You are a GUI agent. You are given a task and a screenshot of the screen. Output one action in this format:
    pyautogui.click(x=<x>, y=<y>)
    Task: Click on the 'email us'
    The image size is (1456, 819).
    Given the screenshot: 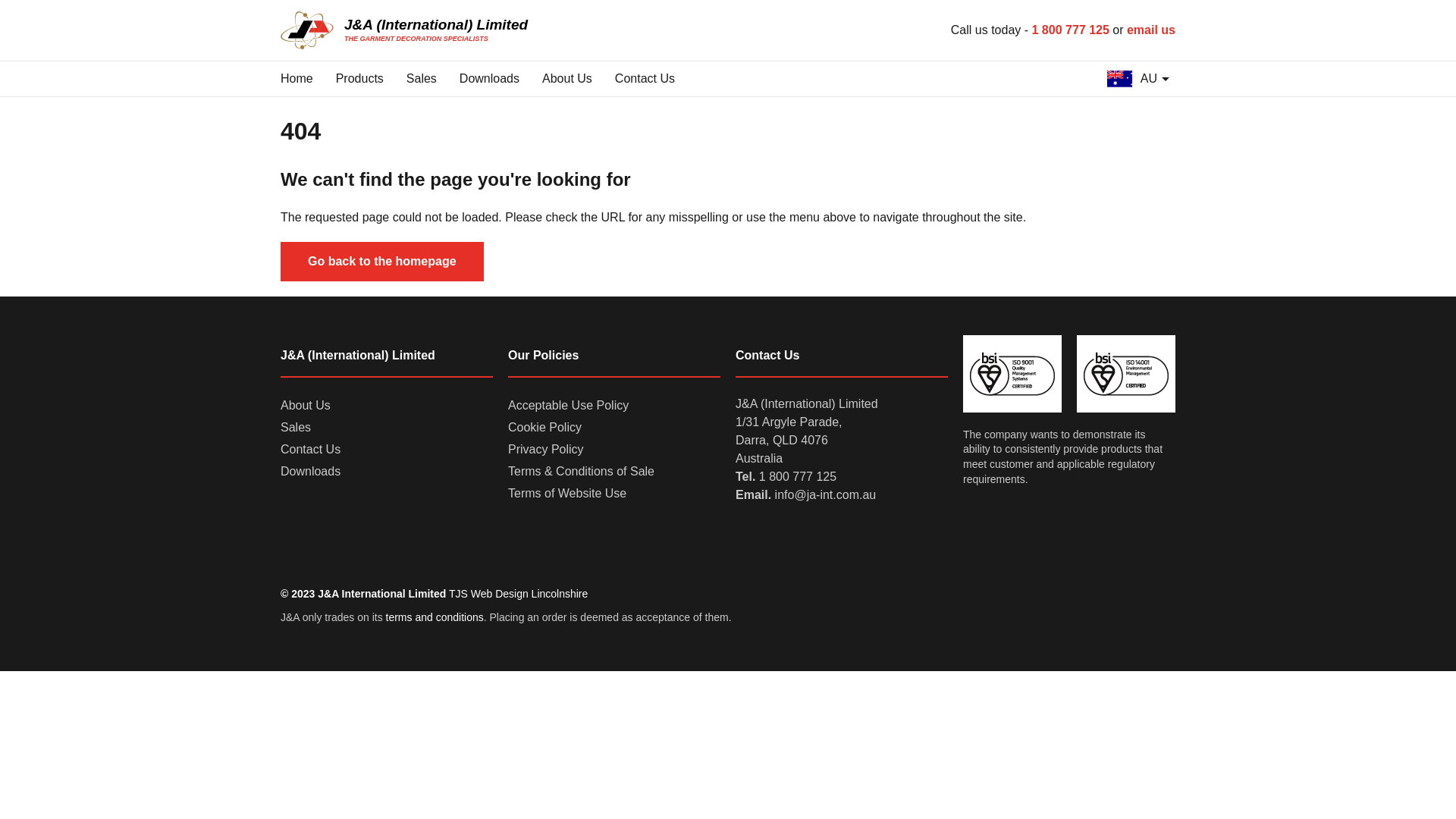 What is the action you would take?
    pyautogui.click(x=1150, y=30)
    